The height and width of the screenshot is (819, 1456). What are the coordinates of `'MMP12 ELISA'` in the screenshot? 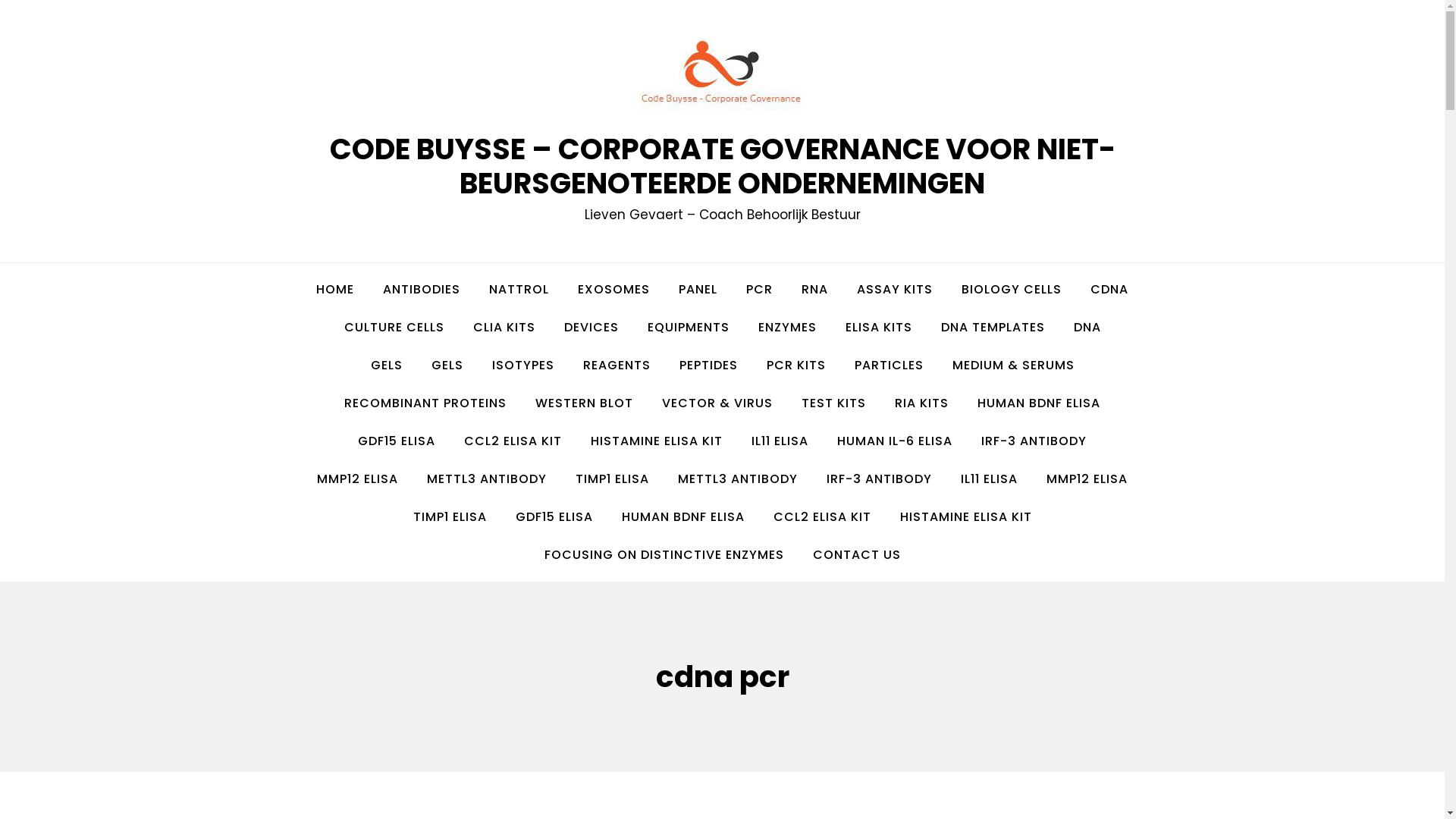 It's located at (356, 479).